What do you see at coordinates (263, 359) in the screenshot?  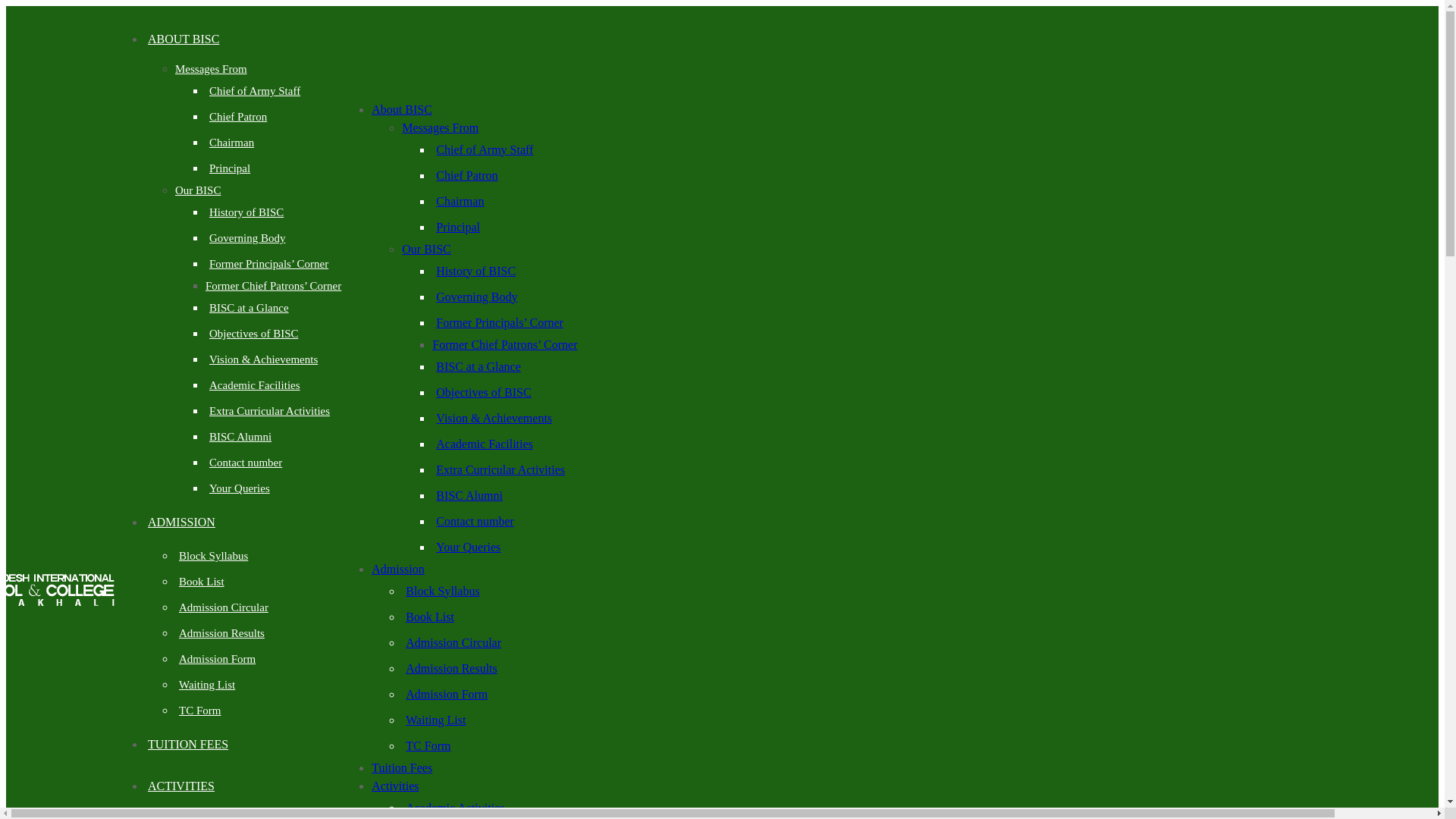 I see `'Vision & Achievements'` at bounding box center [263, 359].